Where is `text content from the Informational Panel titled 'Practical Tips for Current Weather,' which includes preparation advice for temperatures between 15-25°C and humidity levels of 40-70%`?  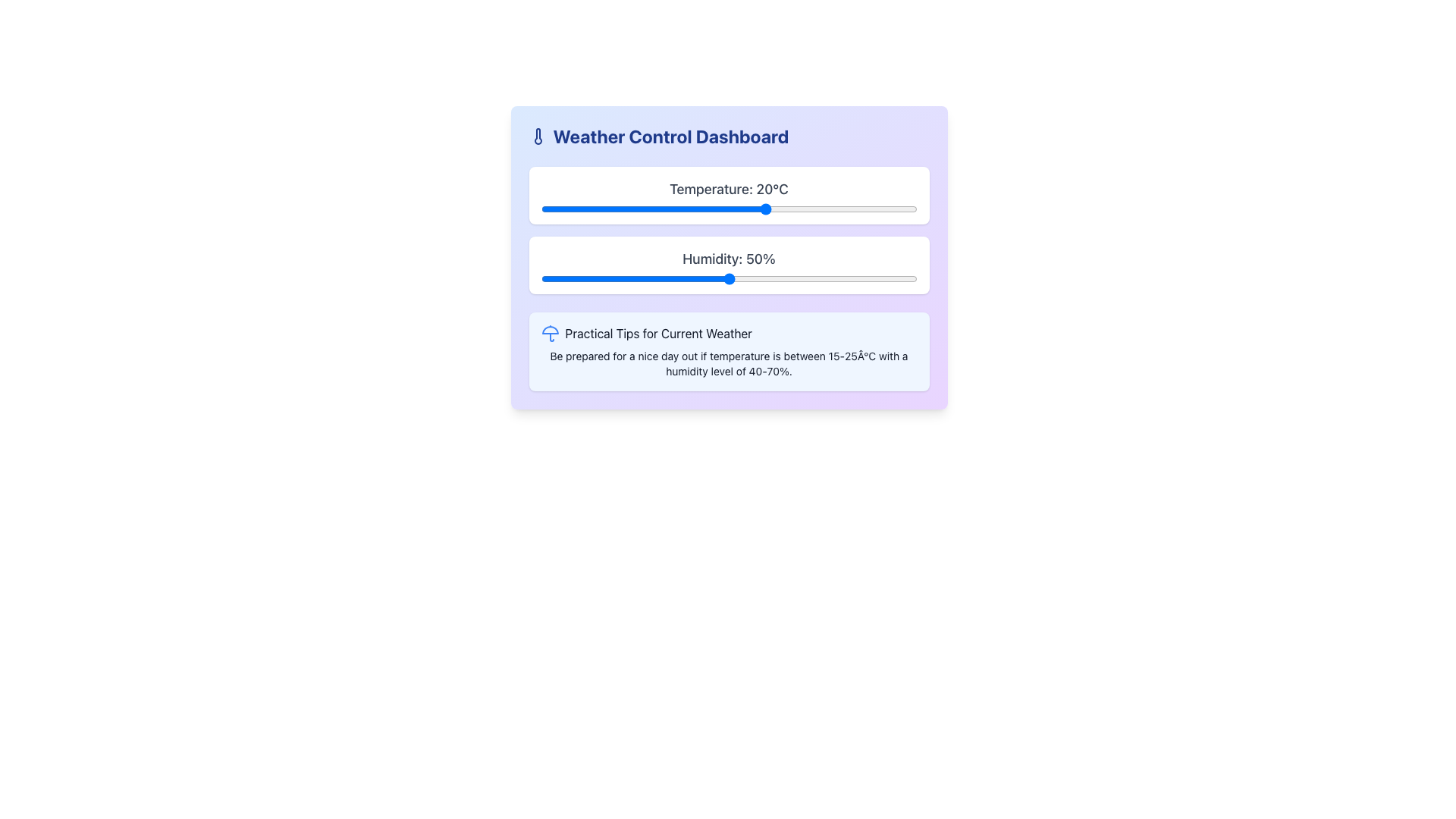 text content from the Informational Panel titled 'Practical Tips for Current Weather,' which includes preparation advice for temperatures between 15-25°C and humidity levels of 40-70% is located at coordinates (729, 351).